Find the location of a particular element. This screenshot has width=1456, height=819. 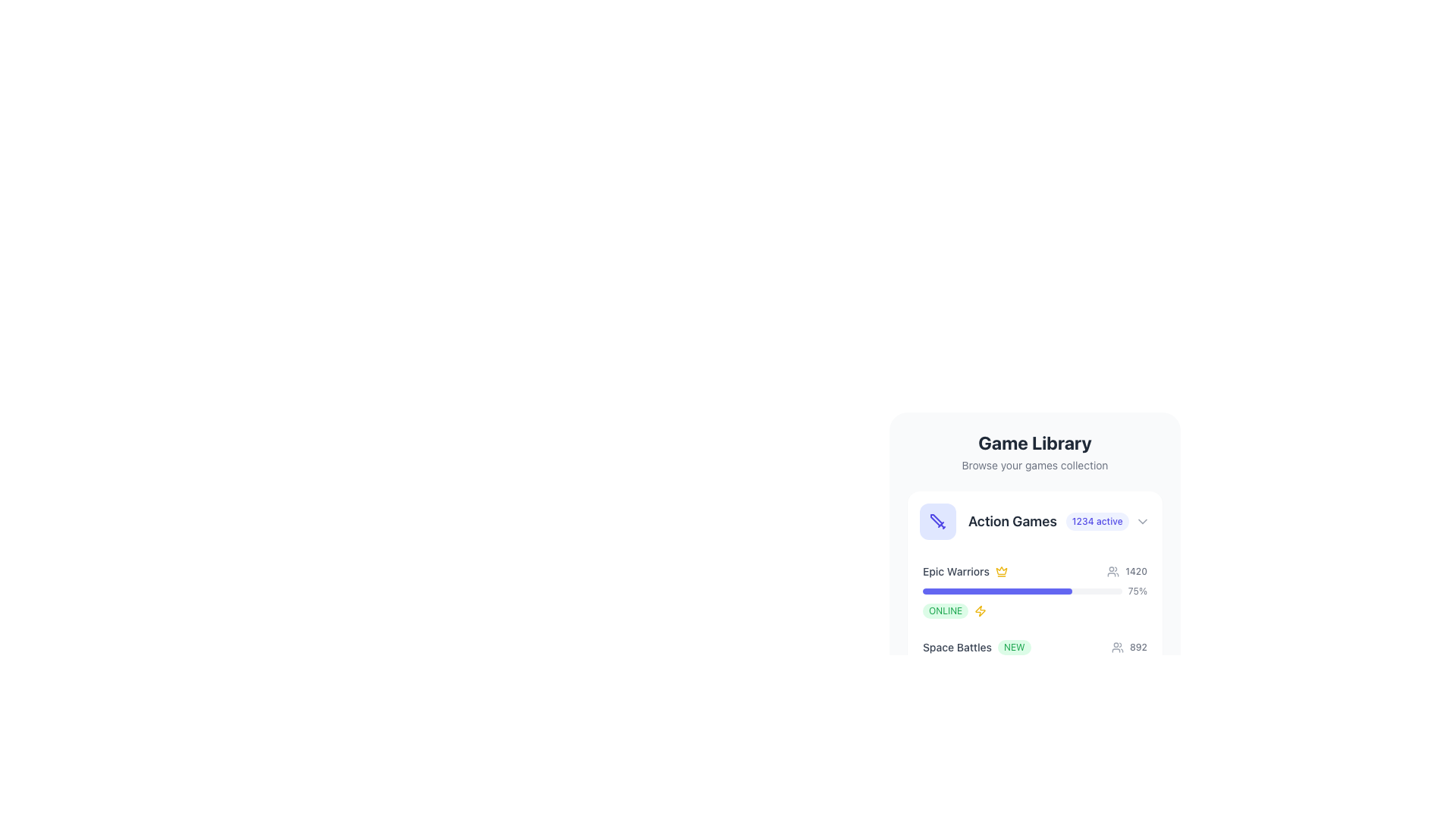

the game management panel located on the right section of the interface is located at coordinates (1144, 523).